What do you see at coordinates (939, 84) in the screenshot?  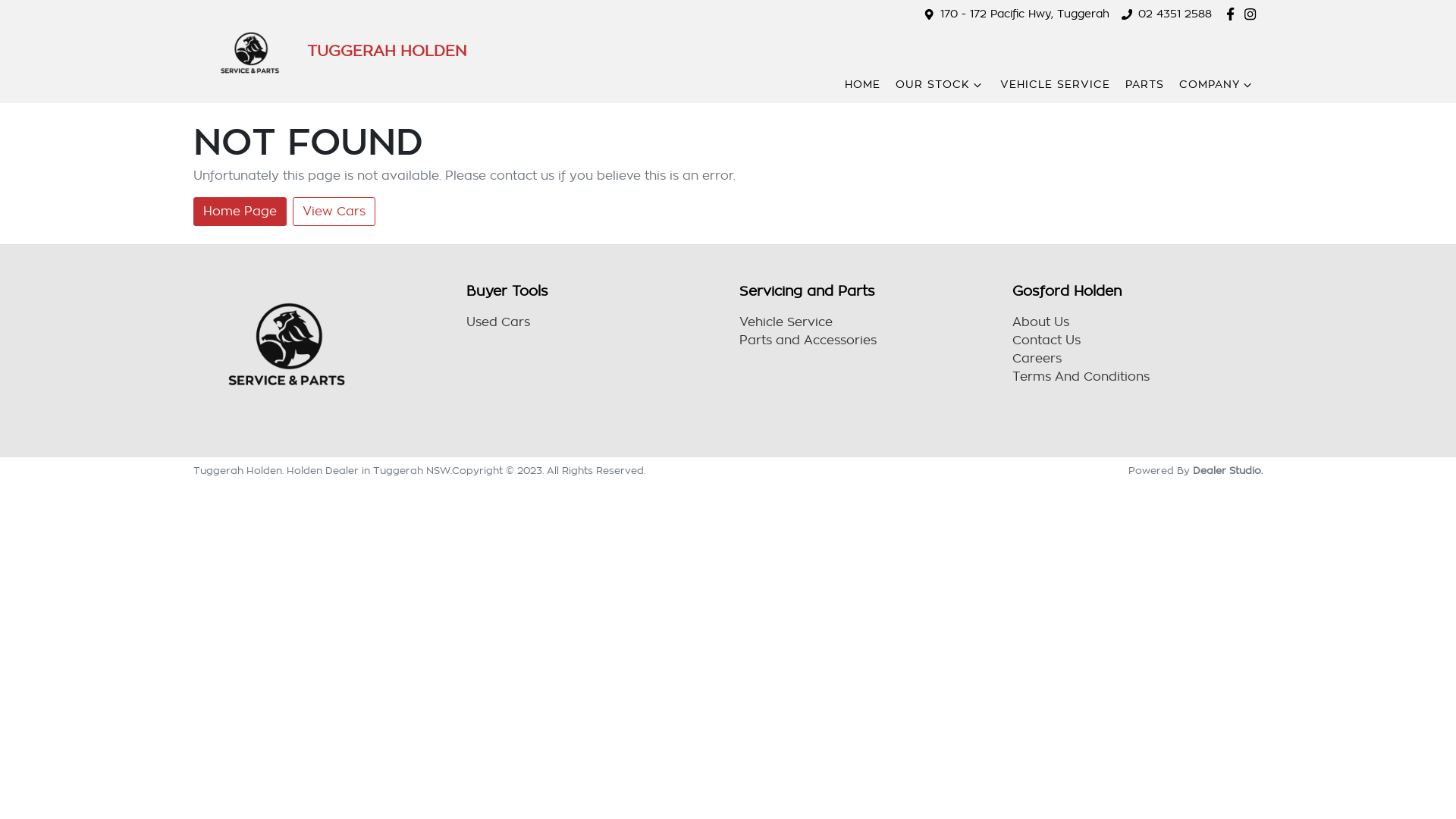 I see `'OUR STOCK'` at bounding box center [939, 84].